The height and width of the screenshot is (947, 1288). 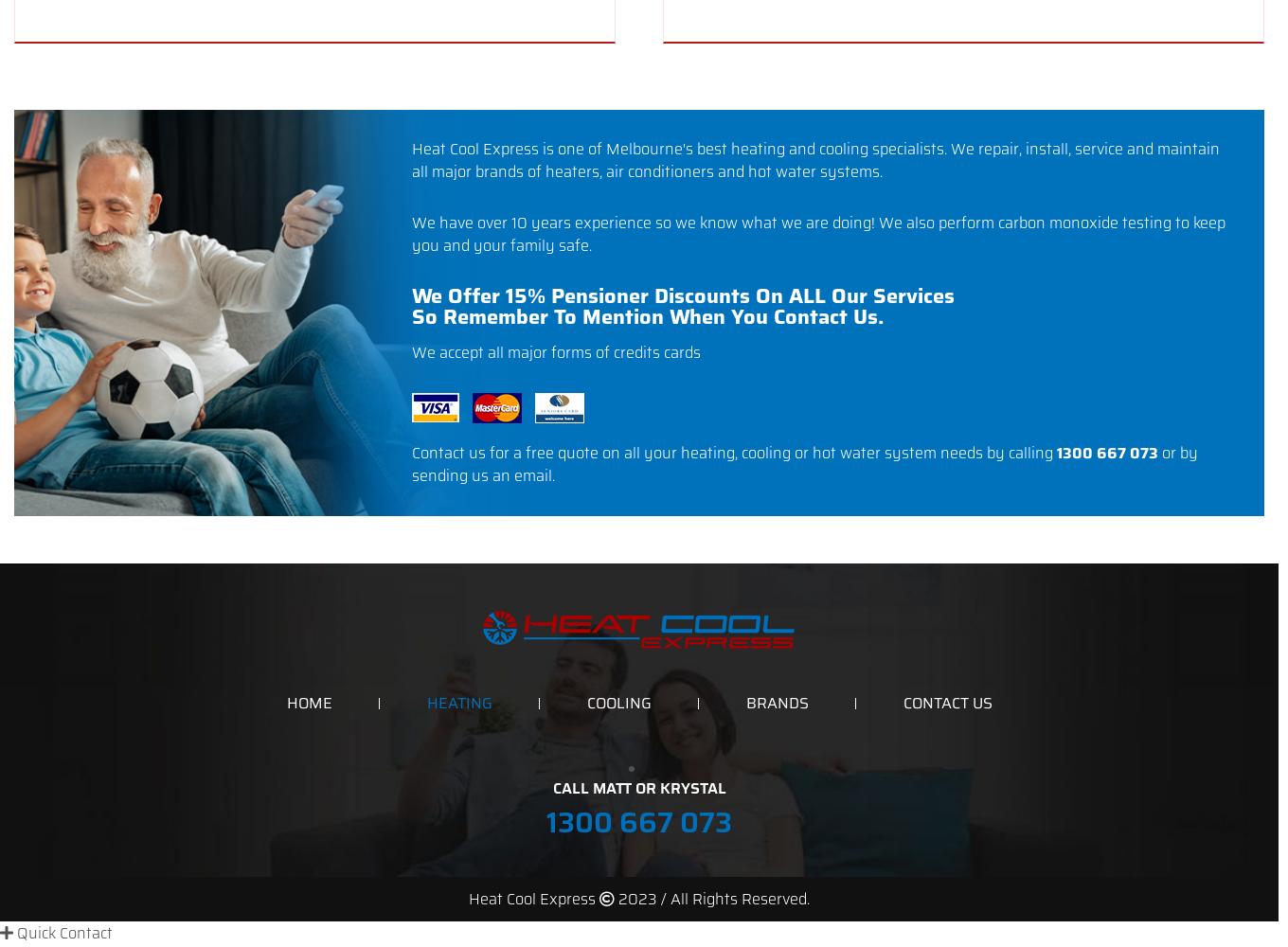 I want to click on 'Contact Us', so click(x=946, y=702).